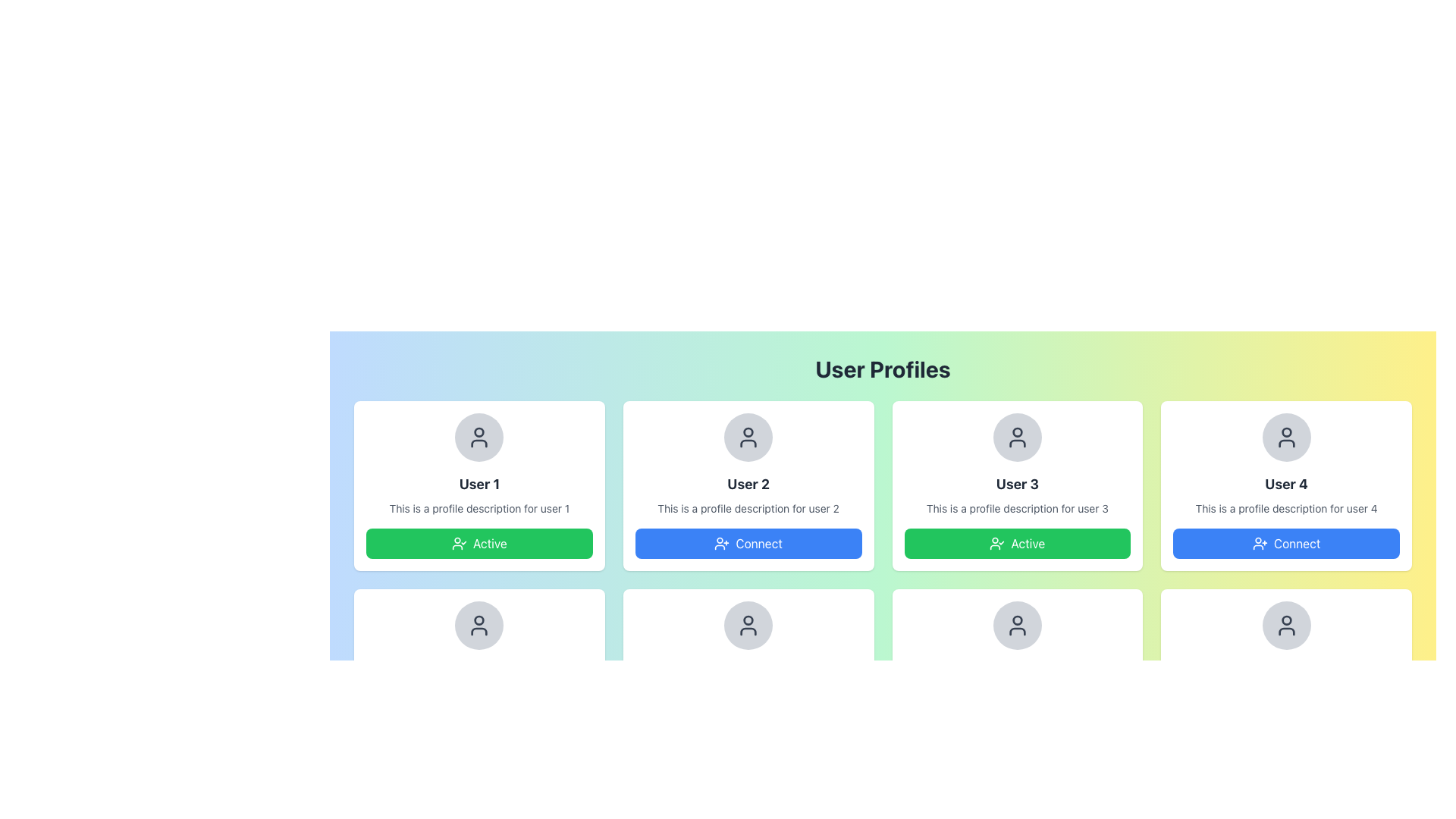  I want to click on the person icon with a gray color located in the second user card from the left, beneath the text 'User 2', so click(748, 438).